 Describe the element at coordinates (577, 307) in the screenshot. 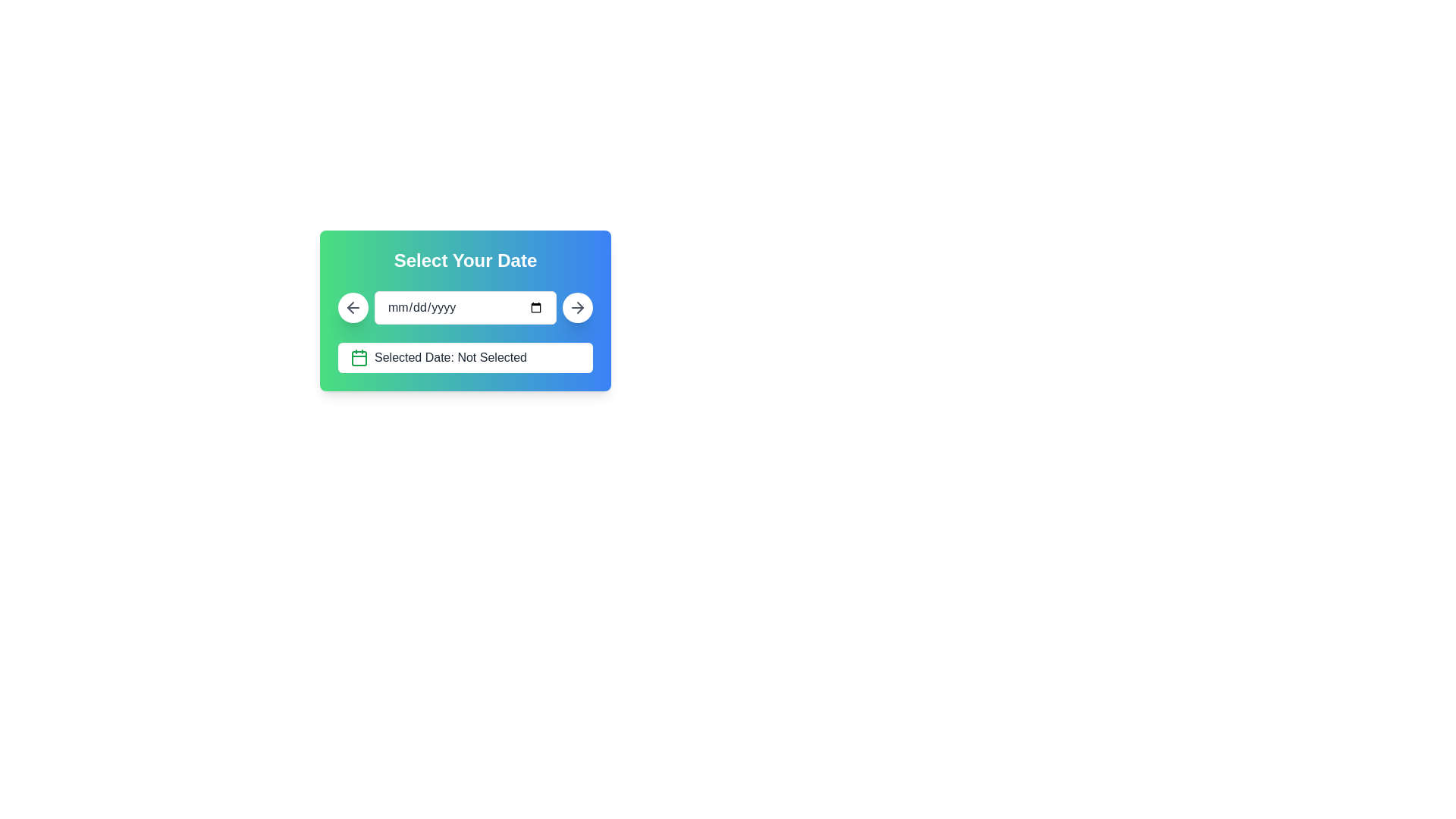

I see `the navigation button located at the right-most position next to the date input field` at that location.